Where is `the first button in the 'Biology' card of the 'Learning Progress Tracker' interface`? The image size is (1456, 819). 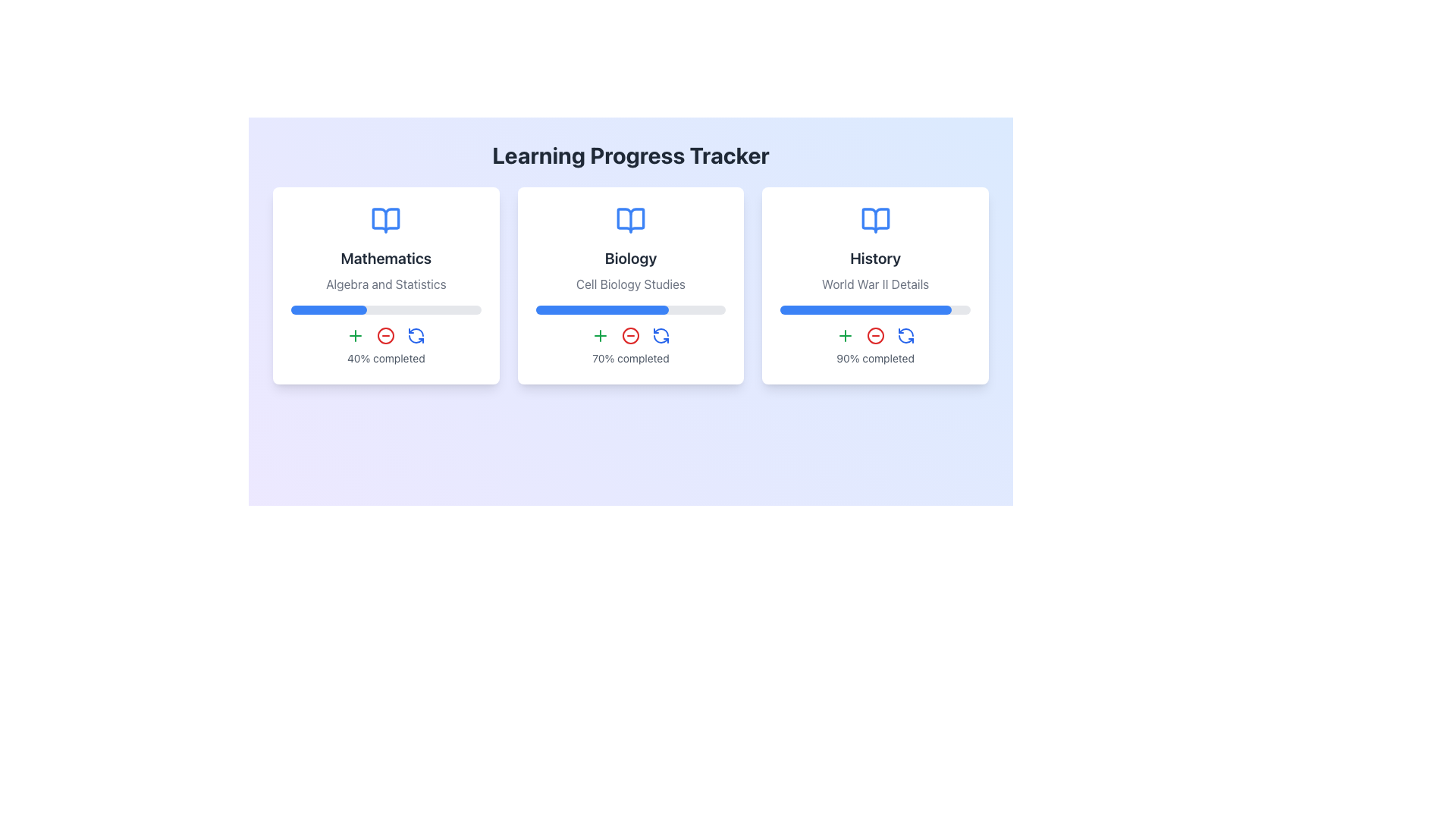 the first button in the 'Biology' card of the 'Learning Progress Tracker' interface is located at coordinates (600, 335).